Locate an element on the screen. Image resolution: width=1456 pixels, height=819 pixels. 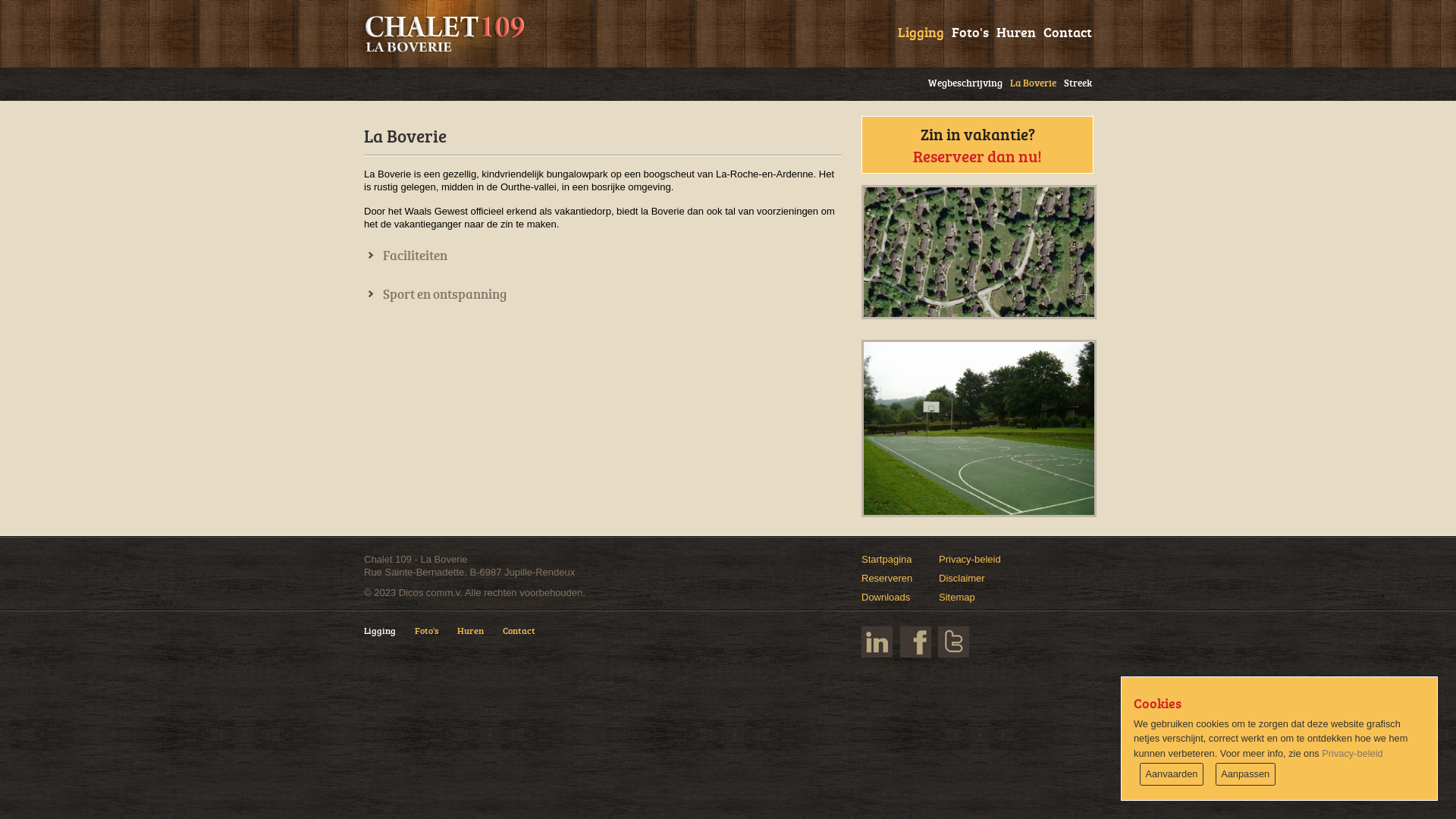
'Zin in vakantie? is located at coordinates (976, 145).